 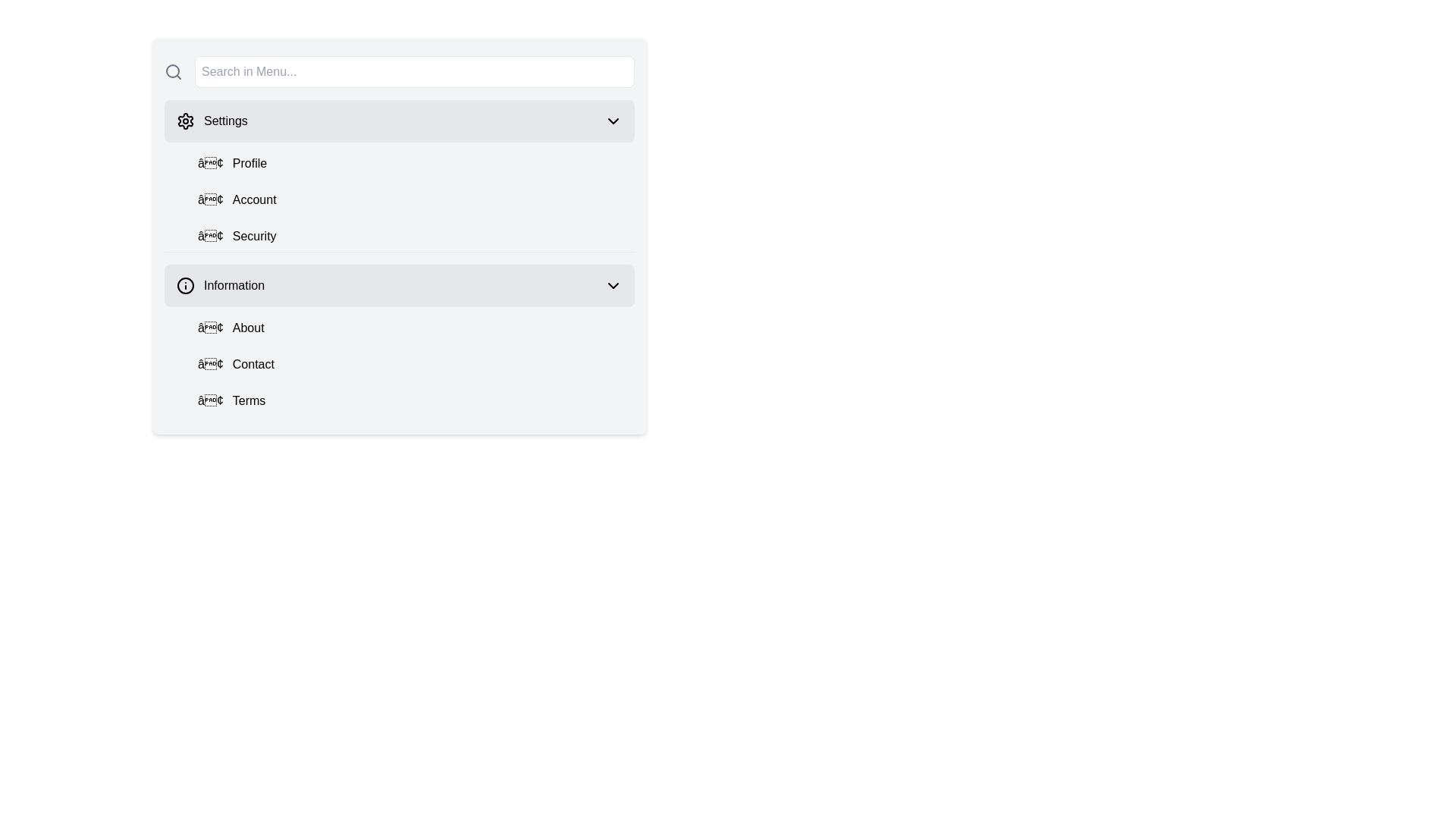 What do you see at coordinates (254, 199) in the screenshot?
I see `the 'Account' text label` at bounding box center [254, 199].